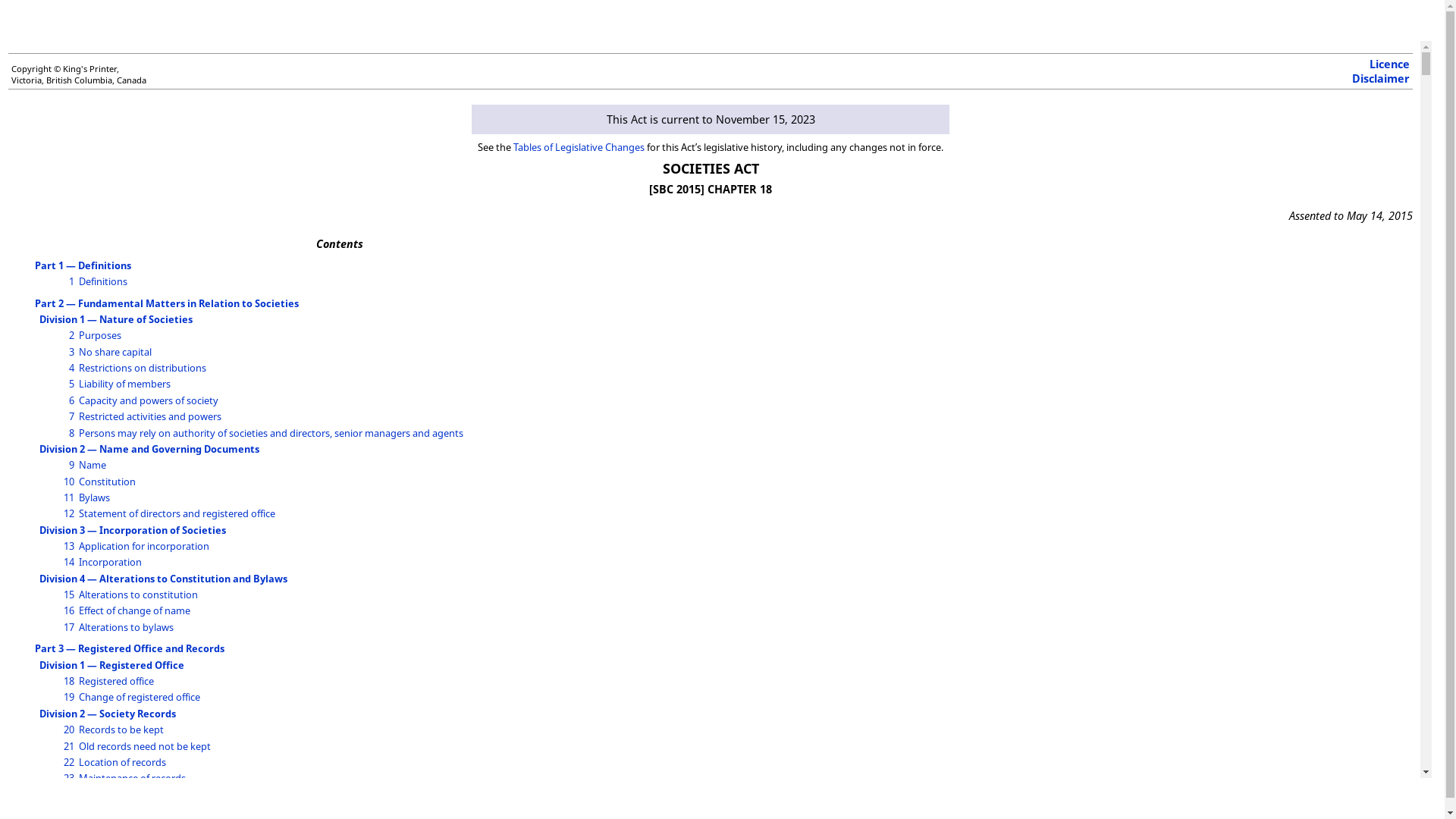  Describe the element at coordinates (93, 497) in the screenshot. I see `'Bylaws'` at that location.